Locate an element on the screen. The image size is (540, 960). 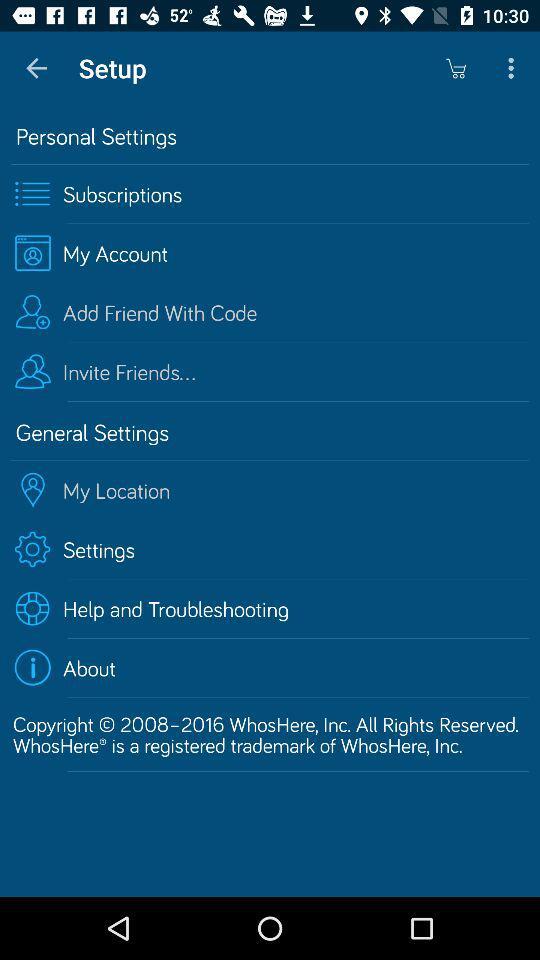
the item next to setup app is located at coordinates (455, 68).